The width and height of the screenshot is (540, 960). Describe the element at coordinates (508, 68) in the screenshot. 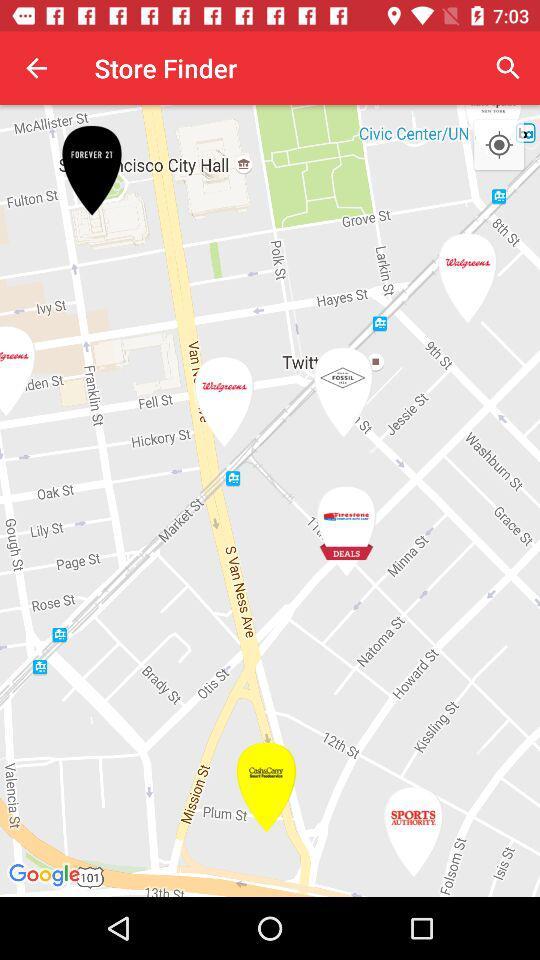

I see `the icon next to store finder app` at that location.